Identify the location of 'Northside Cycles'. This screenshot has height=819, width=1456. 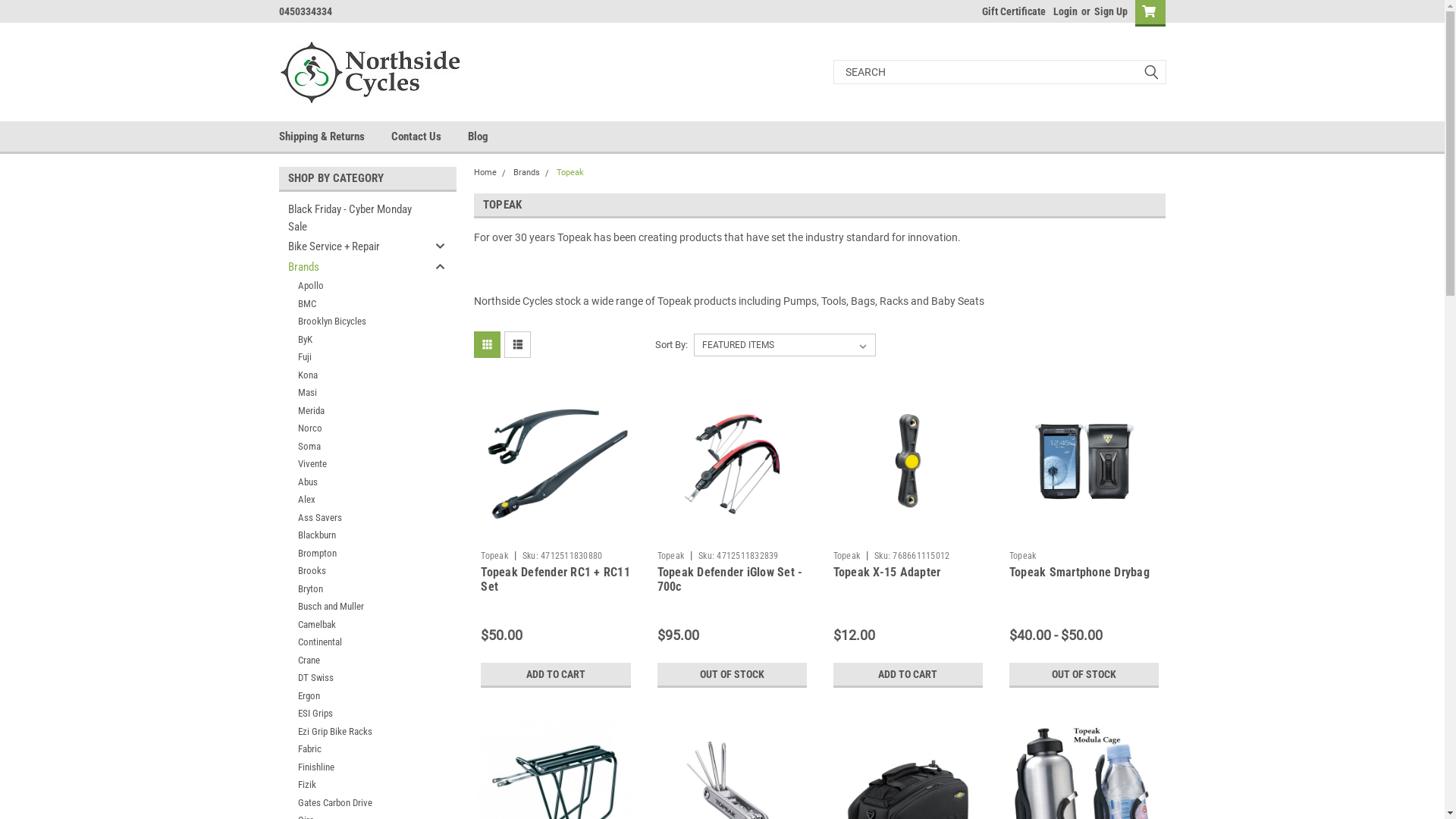
(374, 71).